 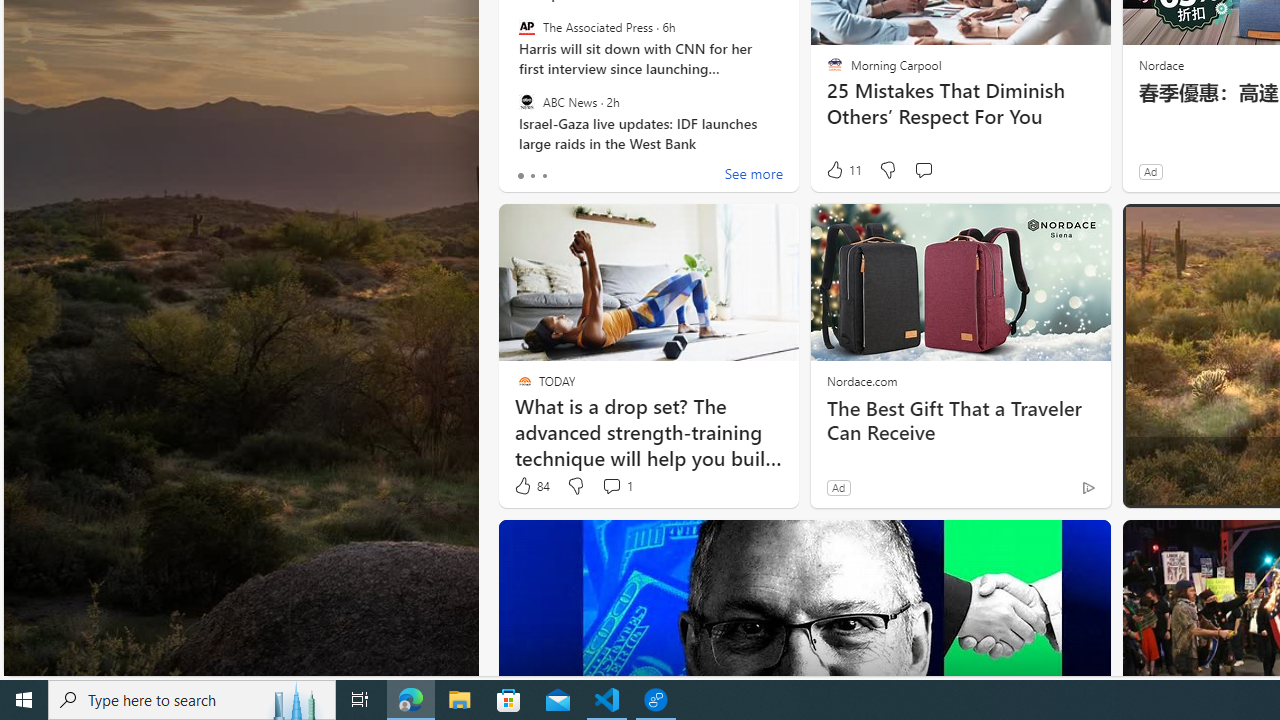 What do you see at coordinates (922, 169) in the screenshot?
I see `'Start the conversation'` at bounding box center [922, 169].